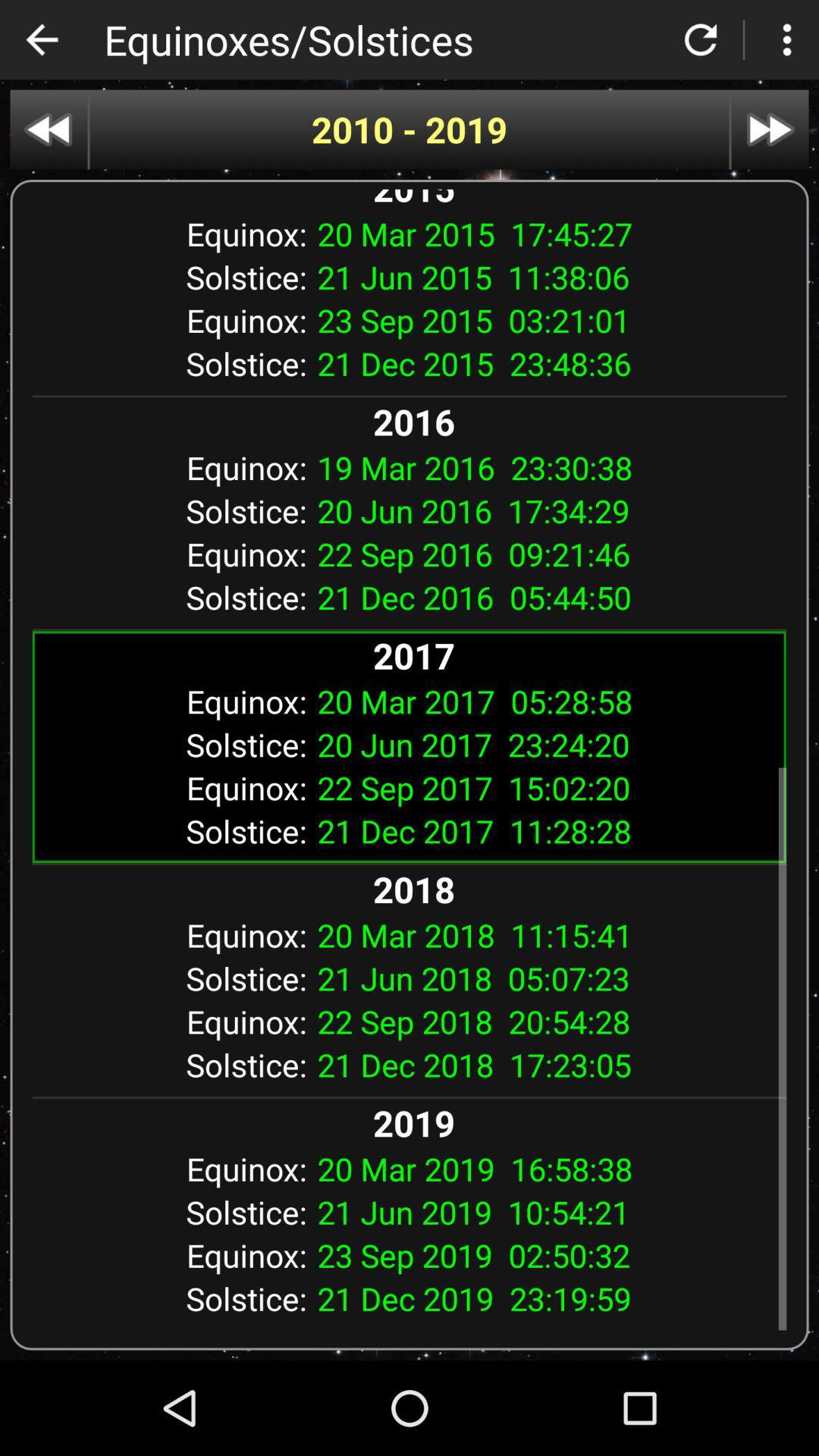 This screenshot has height=1456, width=819. I want to click on next, so click(770, 130).